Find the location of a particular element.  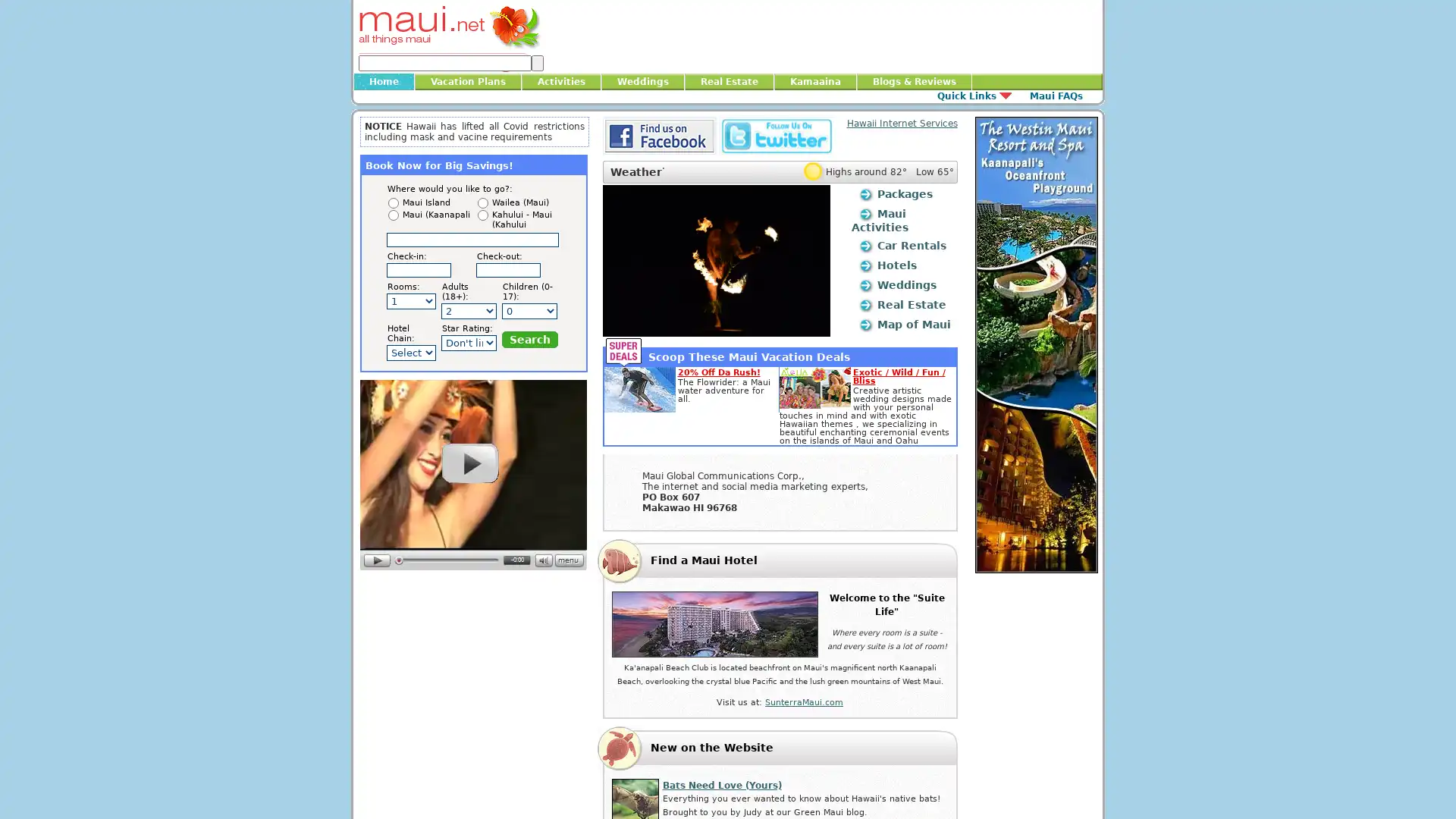

Search is located at coordinates (529, 338).